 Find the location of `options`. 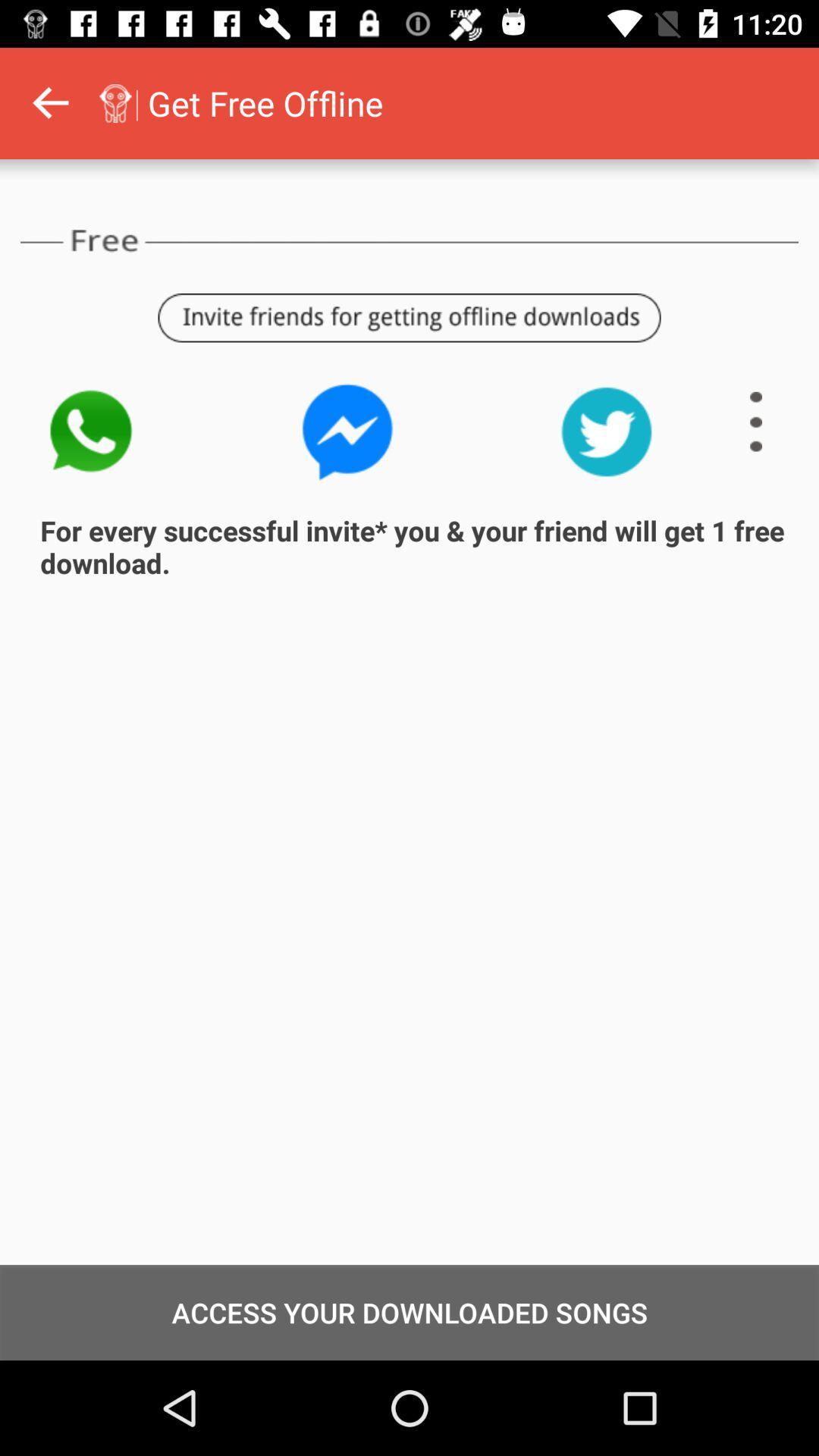

options is located at coordinates (756, 422).